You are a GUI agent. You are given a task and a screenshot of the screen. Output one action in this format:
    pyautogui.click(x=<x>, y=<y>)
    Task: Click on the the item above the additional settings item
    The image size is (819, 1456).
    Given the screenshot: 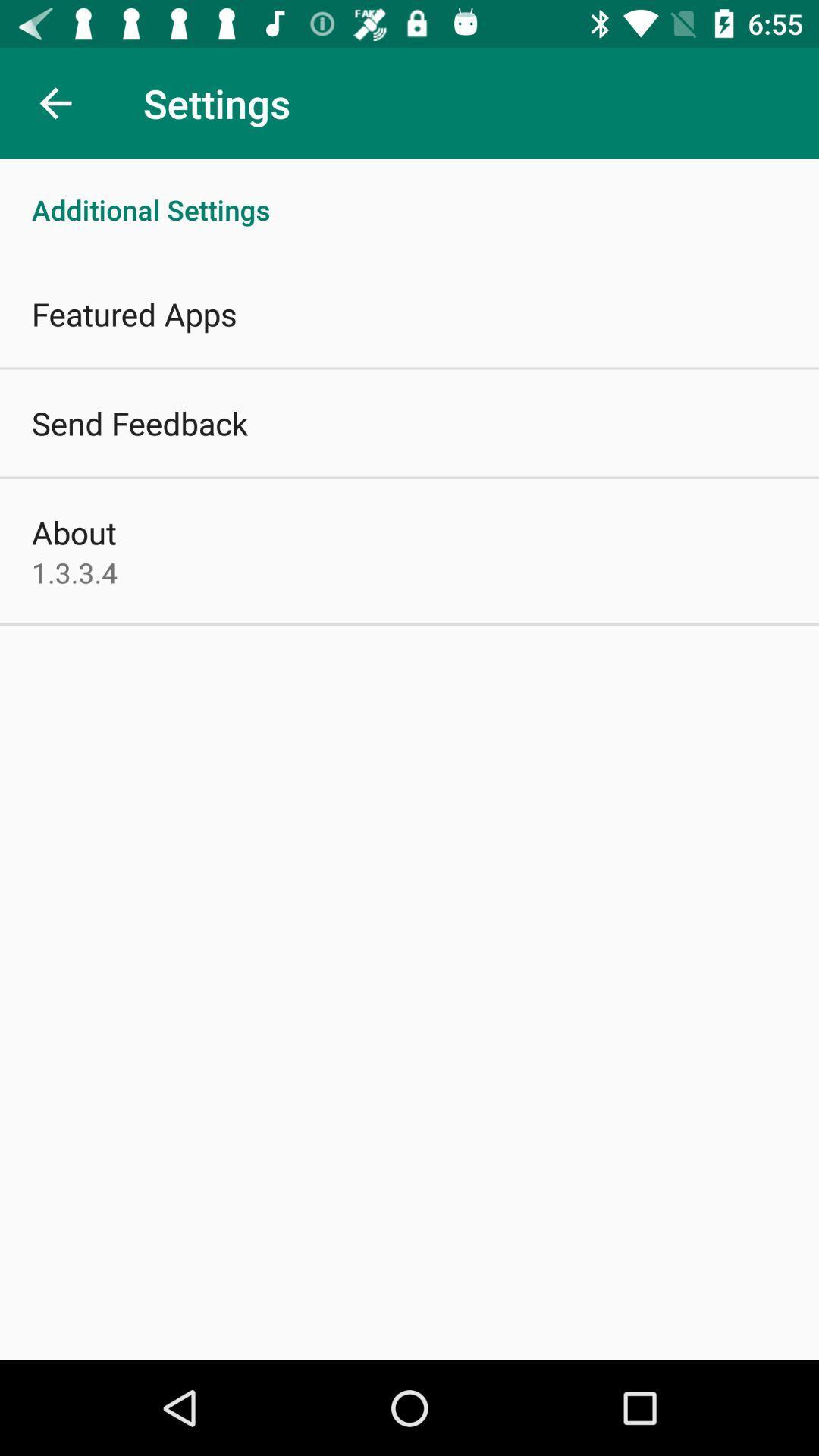 What is the action you would take?
    pyautogui.click(x=55, y=102)
    